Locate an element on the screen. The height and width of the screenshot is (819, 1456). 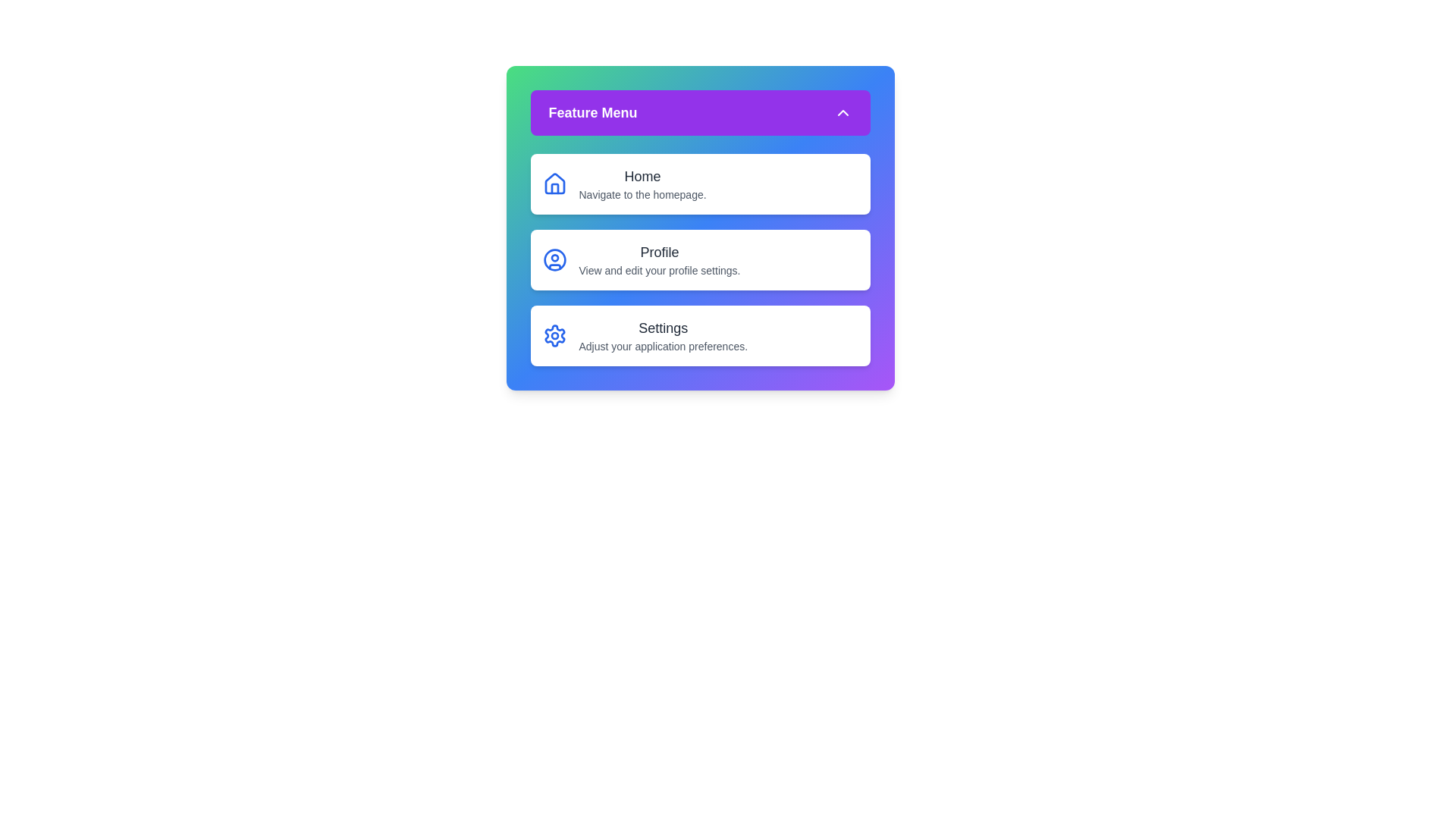
the menu item corresponding to Home is located at coordinates (699, 184).